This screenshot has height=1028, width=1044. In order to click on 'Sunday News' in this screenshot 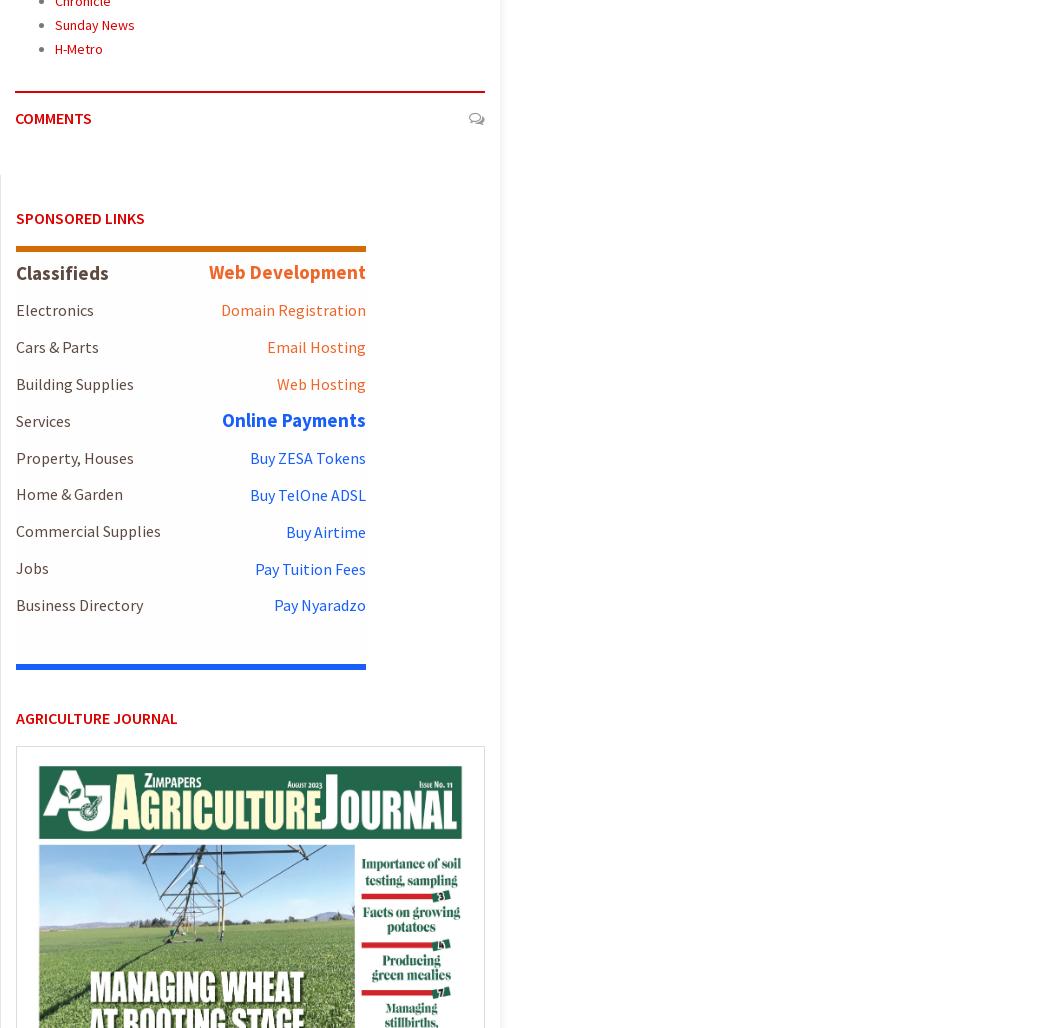, I will do `click(95, 24)`.